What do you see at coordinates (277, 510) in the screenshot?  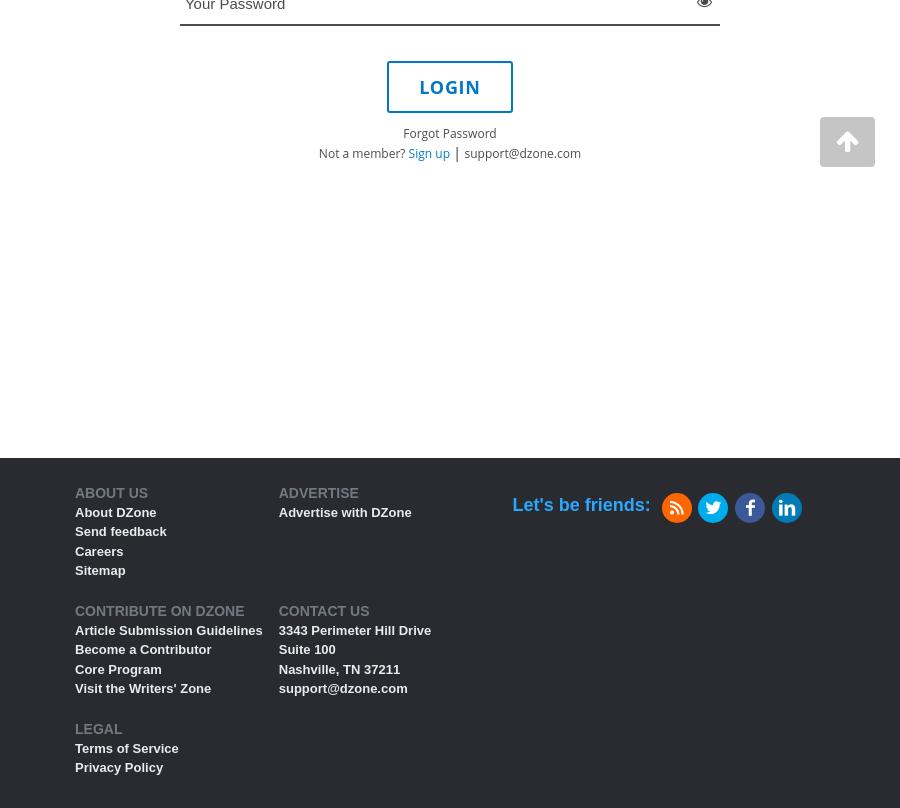 I see `'Advertise with DZone'` at bounding box center [277, 510].